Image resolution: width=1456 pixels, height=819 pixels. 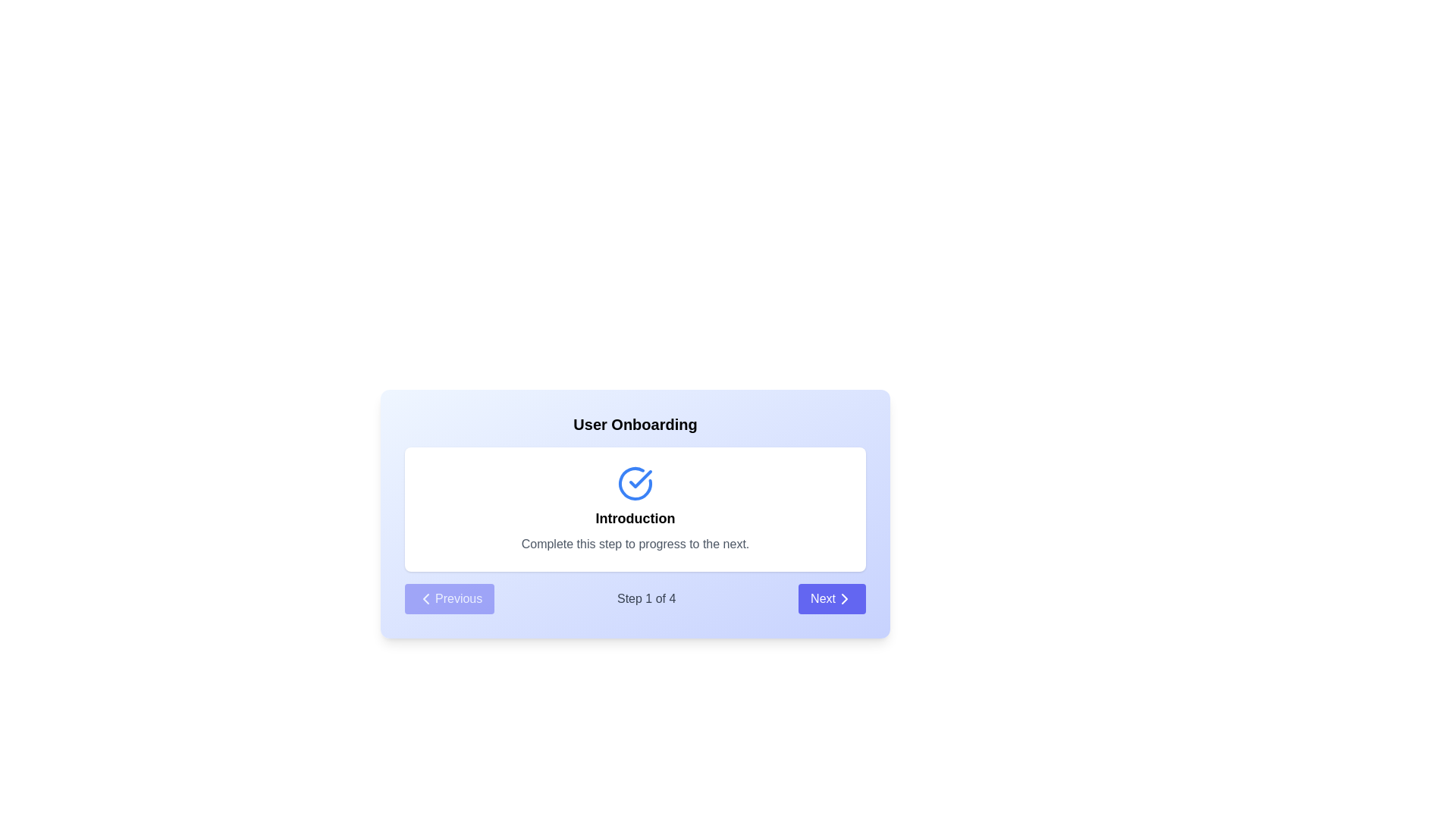 What do you see at coordinates (449, 598) in the screenshot?
I see `the 'Previous' button to navigate to the previous step` at bounding box center [449, 598].